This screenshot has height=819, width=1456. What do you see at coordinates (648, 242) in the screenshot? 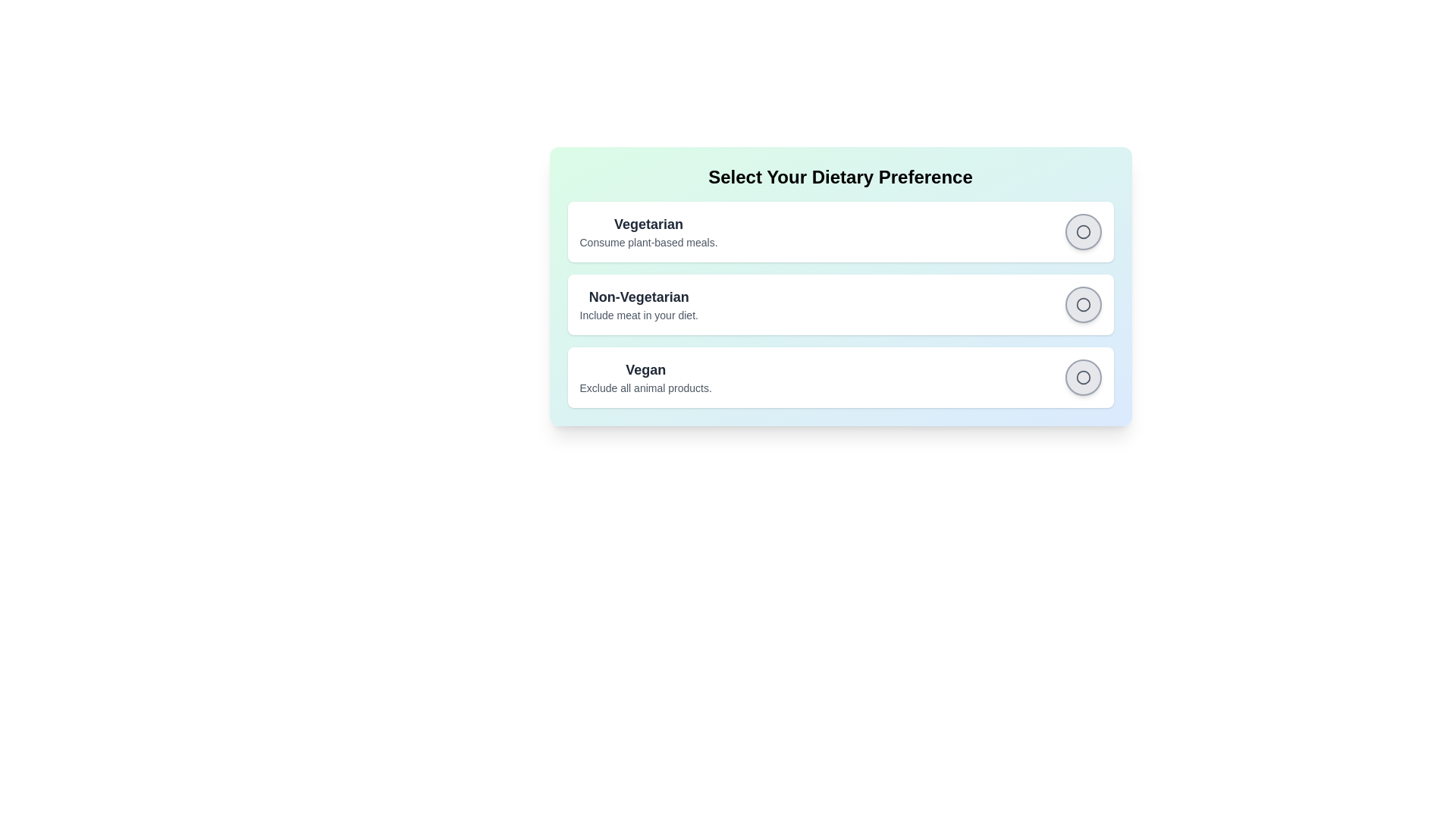
I see `the static text label providing additional information about the 'Vegetarian' dietary preference, located directly underneath the 'Vegetarian' option` at bounding box center [648, 242].